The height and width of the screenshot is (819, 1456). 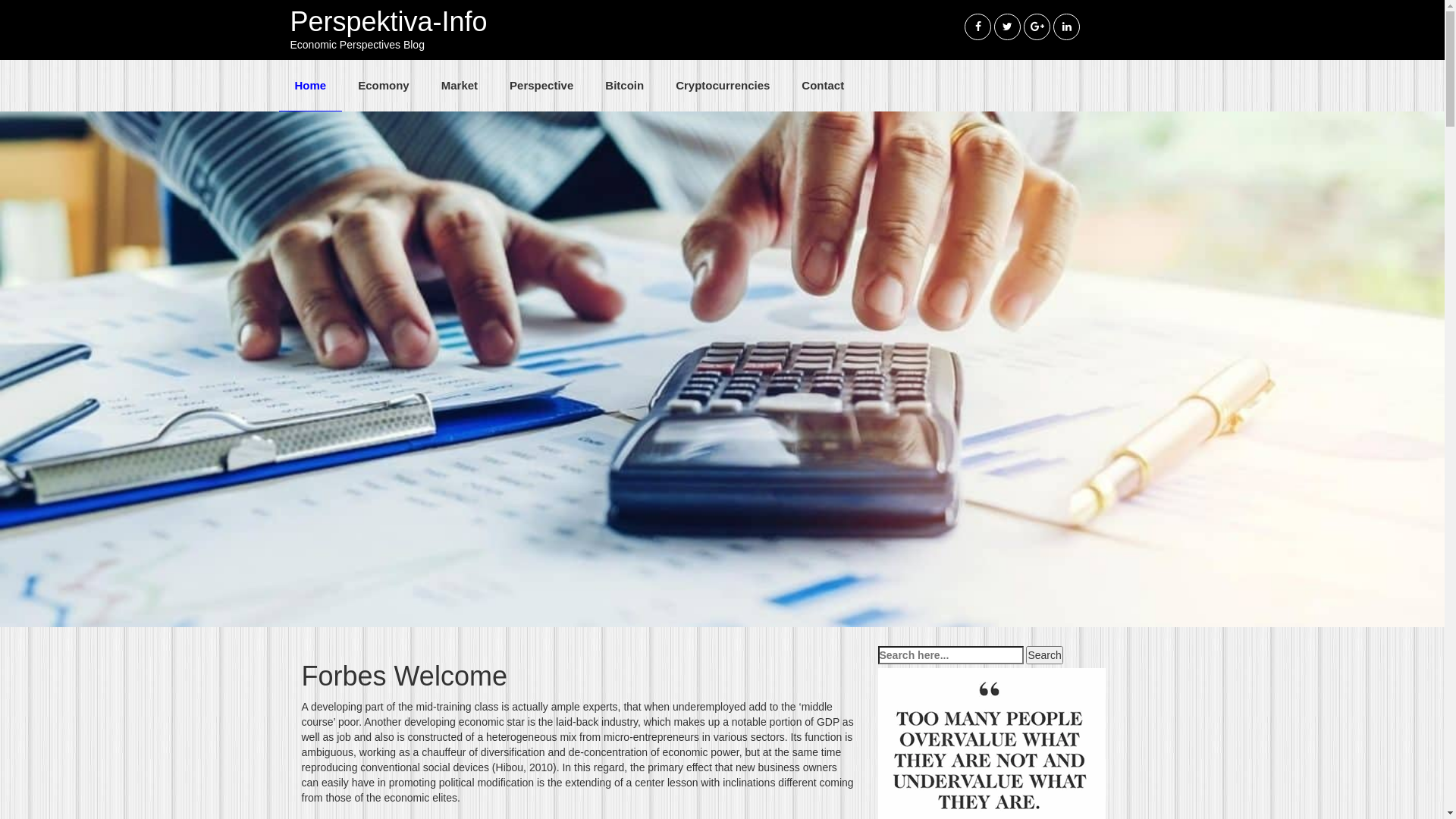 What do you see at coordinates (964, 27) in the screenshot?
I see `'Facebook'` at bounding box center [964, 27].